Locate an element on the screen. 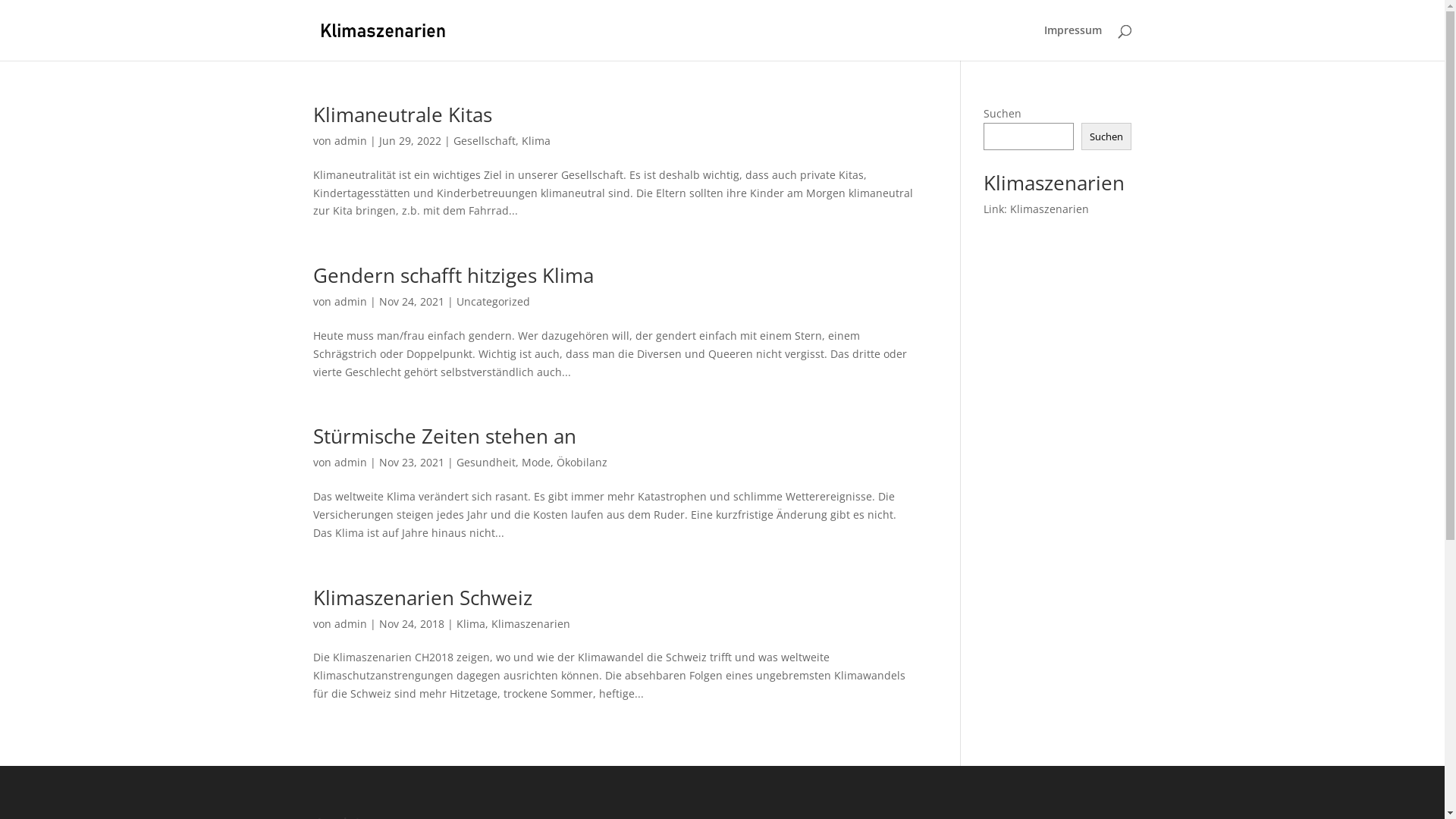  'Mode' is located at coordinates (535, 461).